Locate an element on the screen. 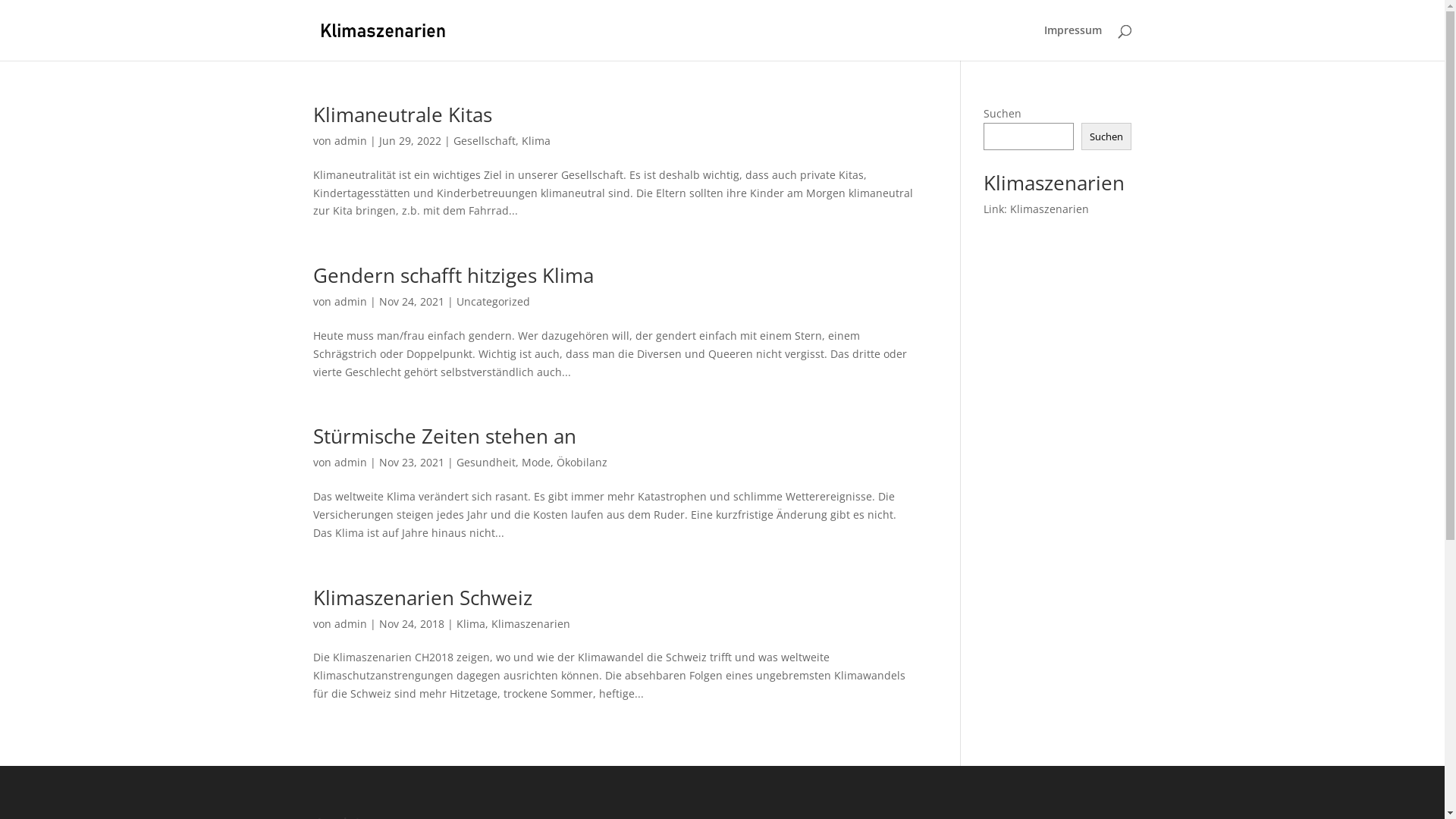  'Mode' is located at coordinates (535, 461).